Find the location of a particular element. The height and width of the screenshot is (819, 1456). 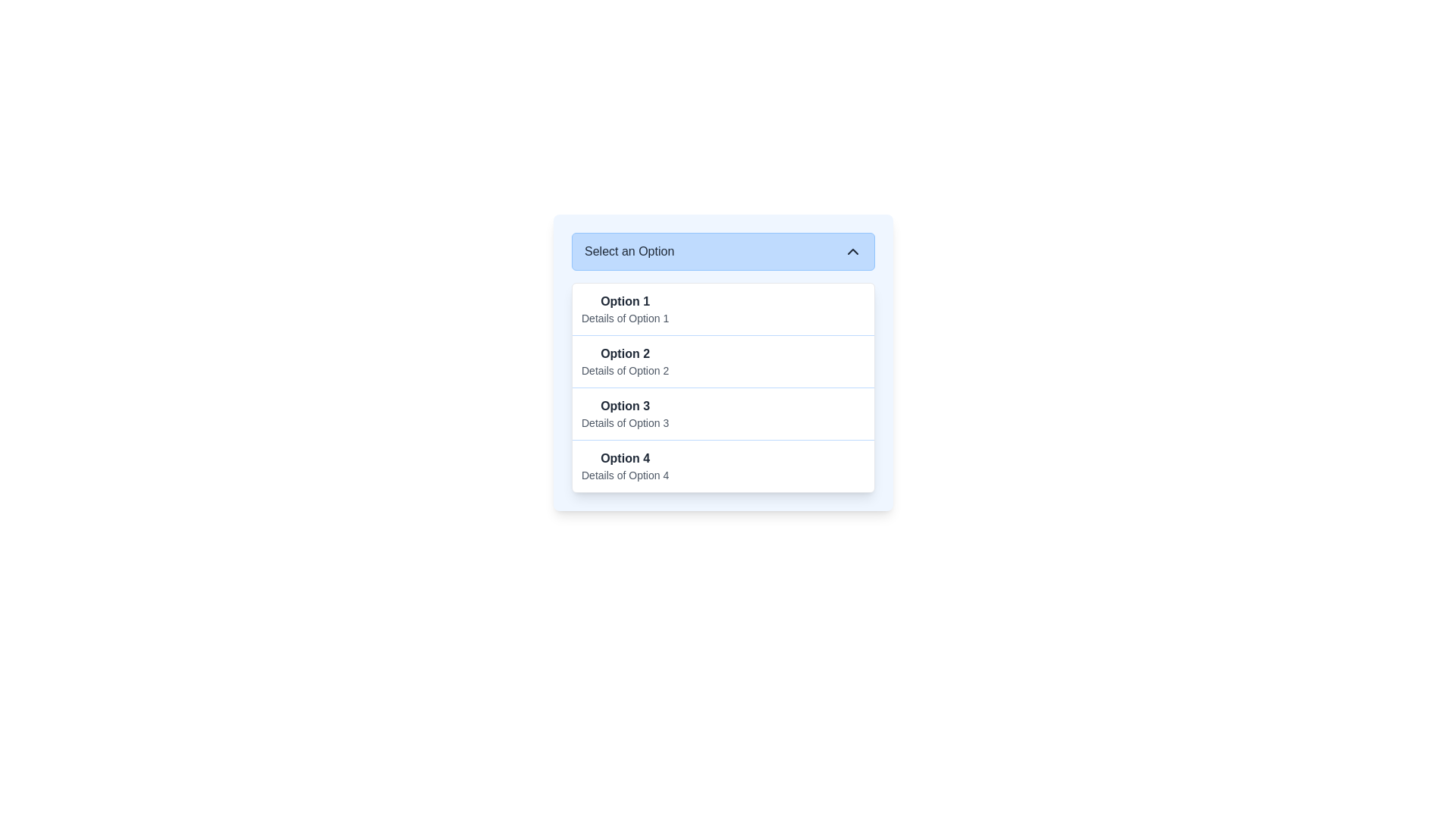

the dropdown list item labeled 'Option 2' is located at coordinates (723, 360).